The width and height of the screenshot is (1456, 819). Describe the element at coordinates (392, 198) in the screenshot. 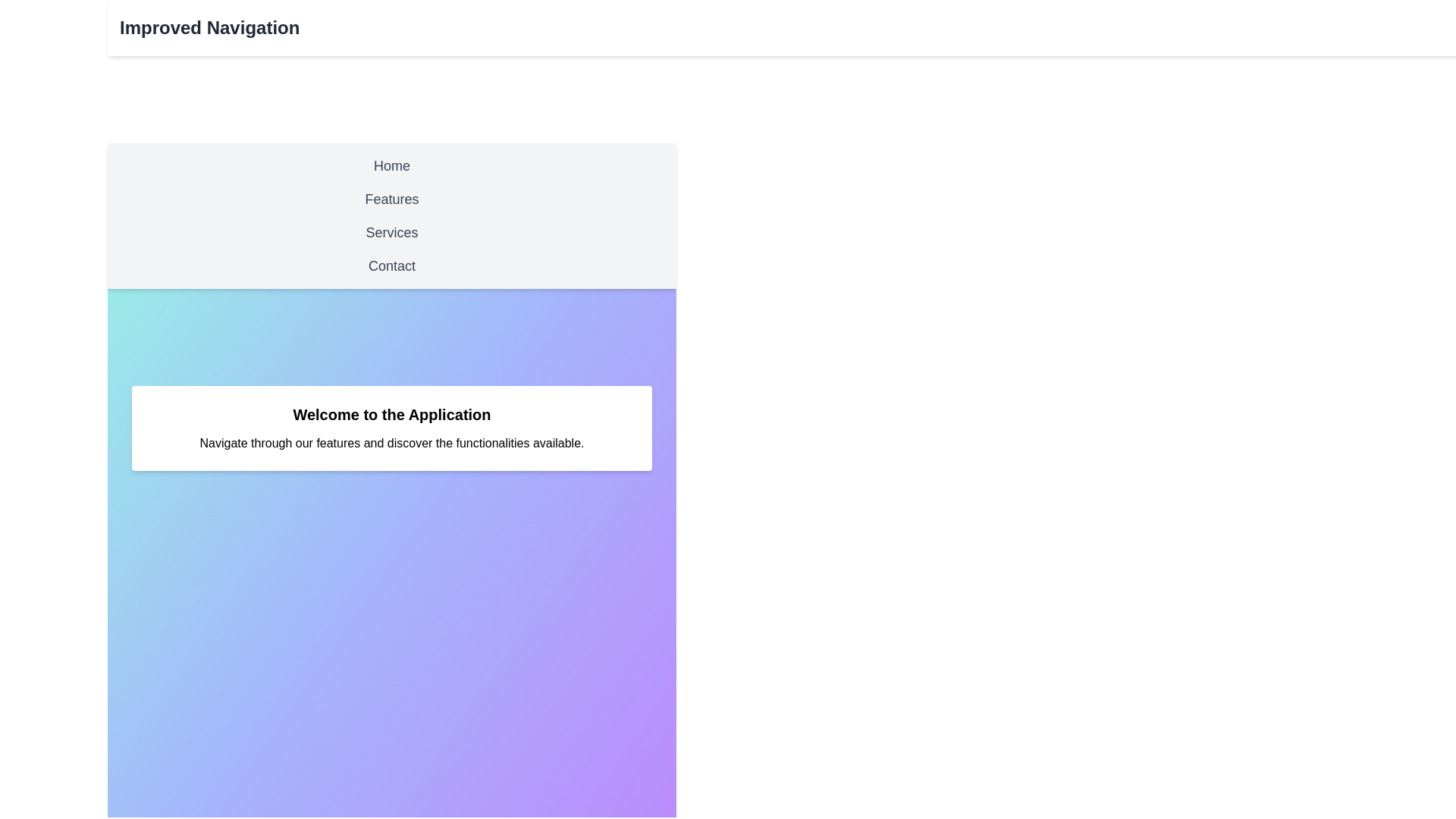

I see `the navigation menu item Features` at that location.